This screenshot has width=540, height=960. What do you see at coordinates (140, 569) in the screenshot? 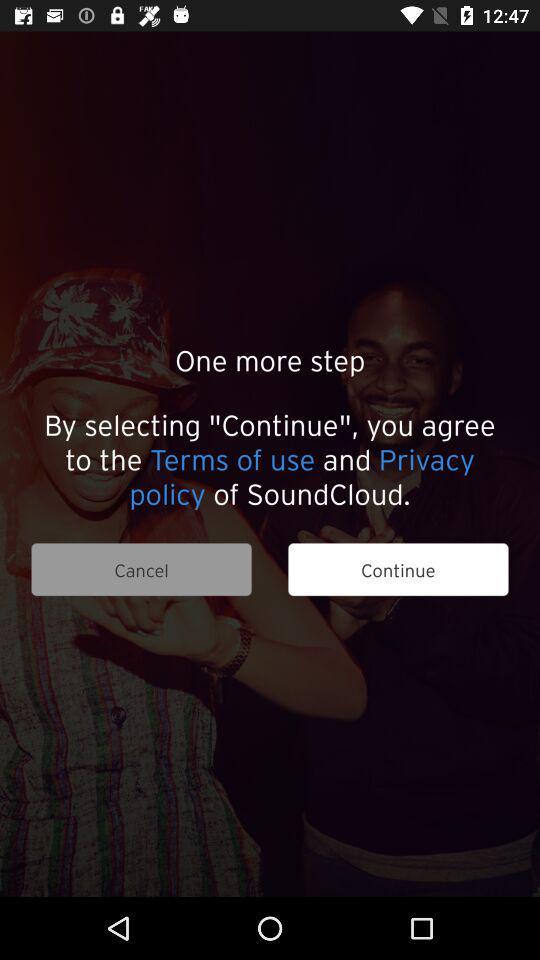
I see `item next to the continue item` at bounding box center [140, 569].